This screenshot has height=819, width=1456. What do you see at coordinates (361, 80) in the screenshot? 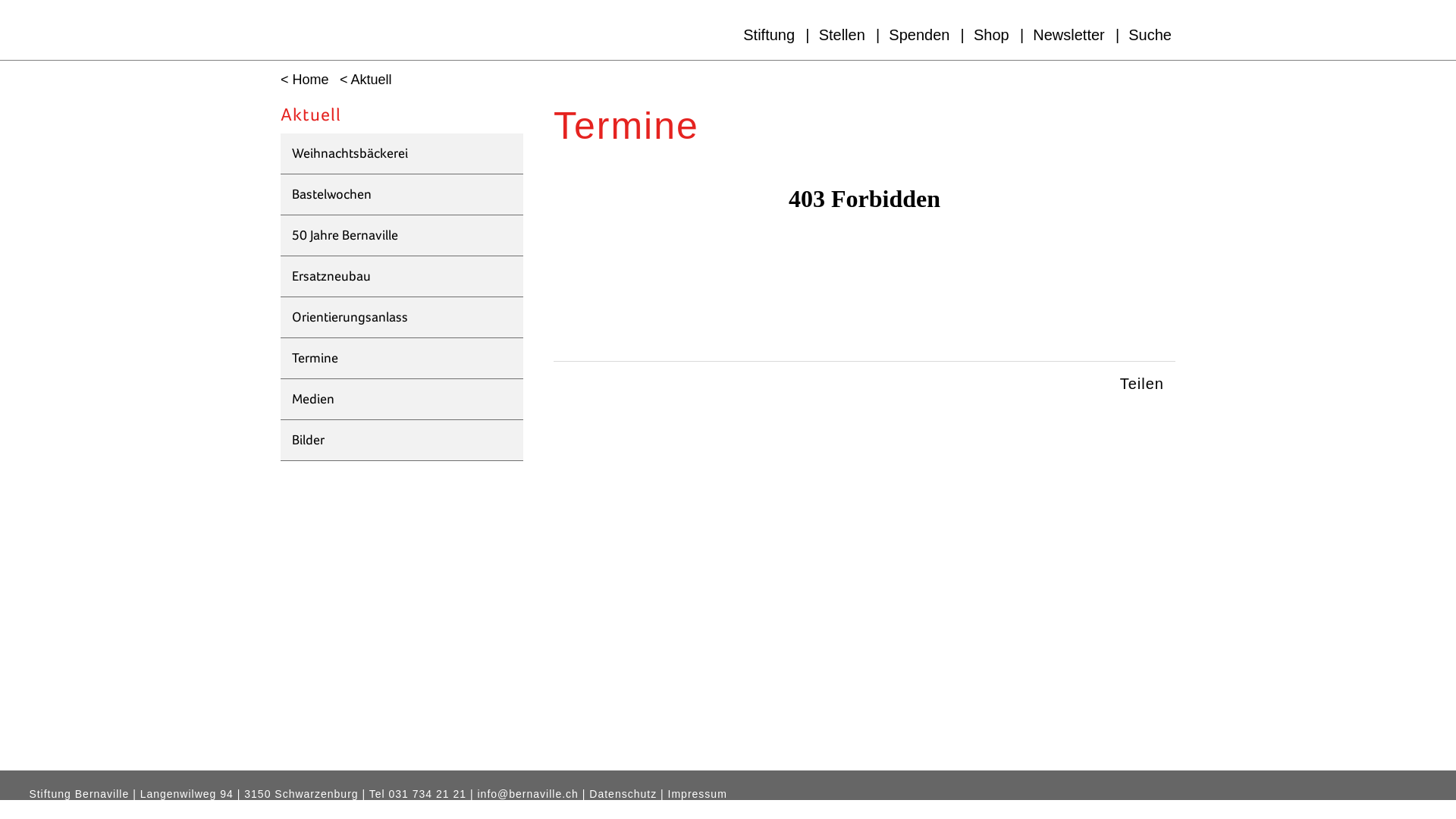
I see `'< Aktuell'` at bounding box center [361, 80].